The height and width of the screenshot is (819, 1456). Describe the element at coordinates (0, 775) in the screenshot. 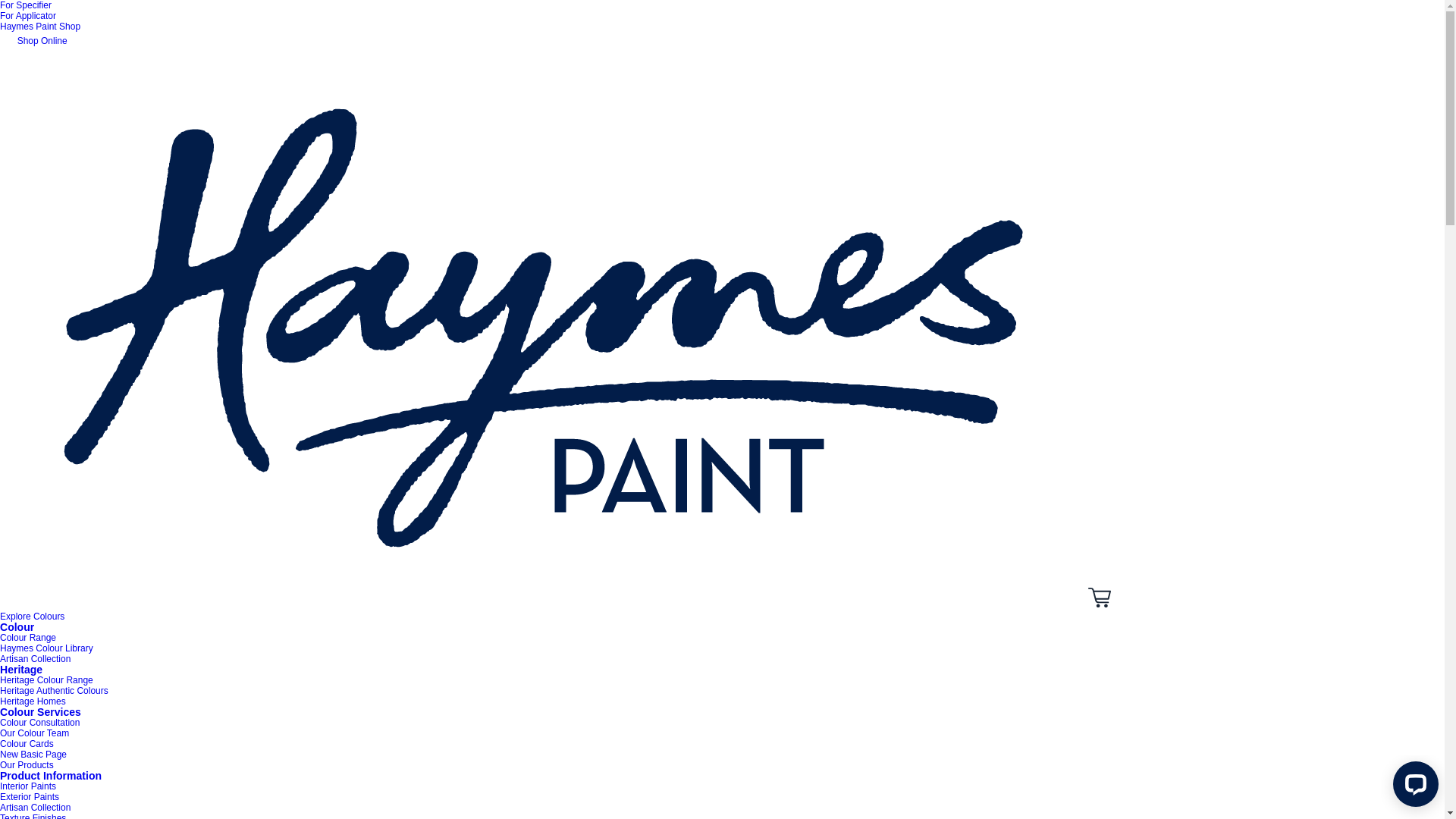

I see `'Product Information'` at that location.